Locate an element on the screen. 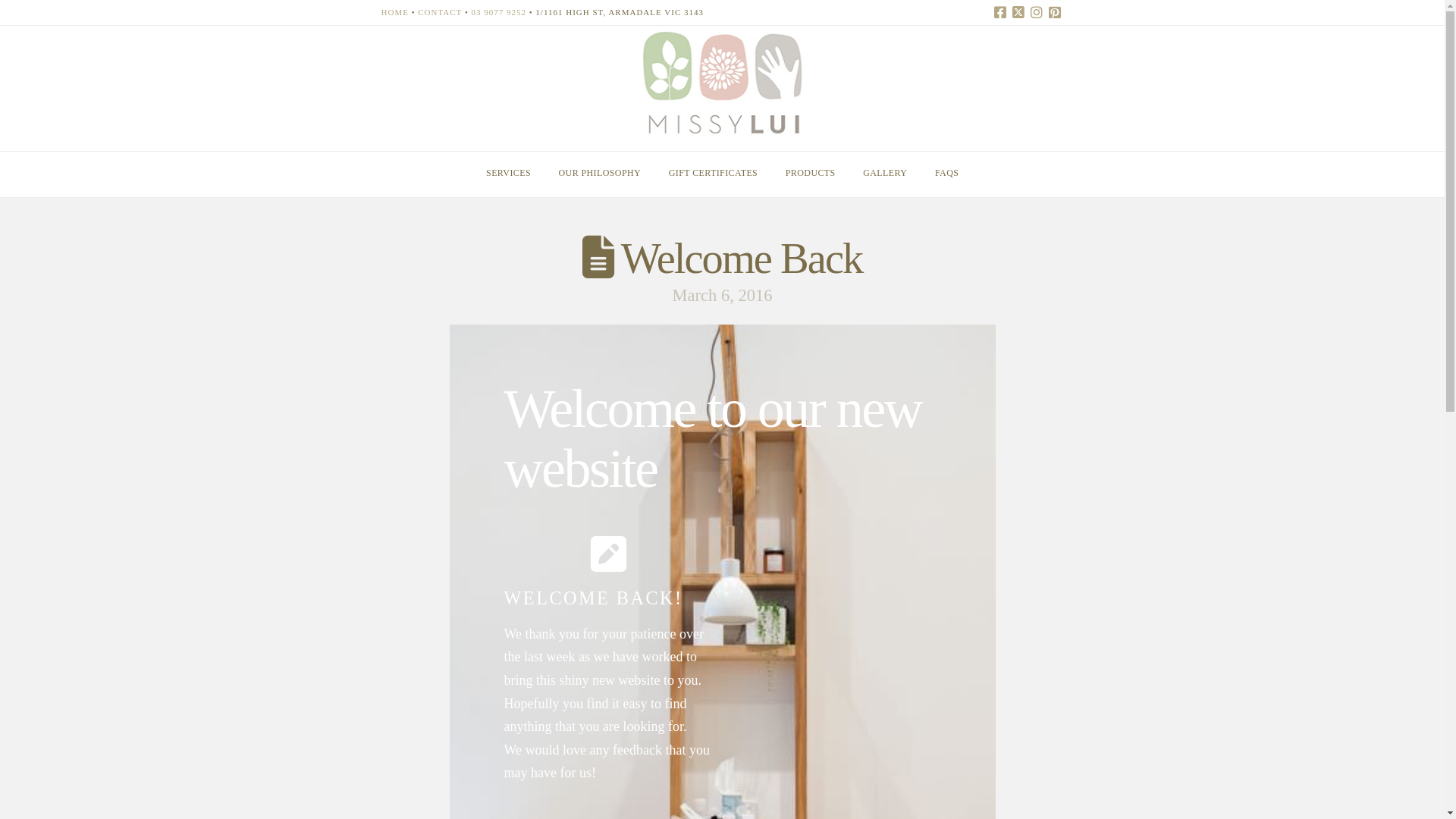  'FAQS' is located at coordinates (946, 174).